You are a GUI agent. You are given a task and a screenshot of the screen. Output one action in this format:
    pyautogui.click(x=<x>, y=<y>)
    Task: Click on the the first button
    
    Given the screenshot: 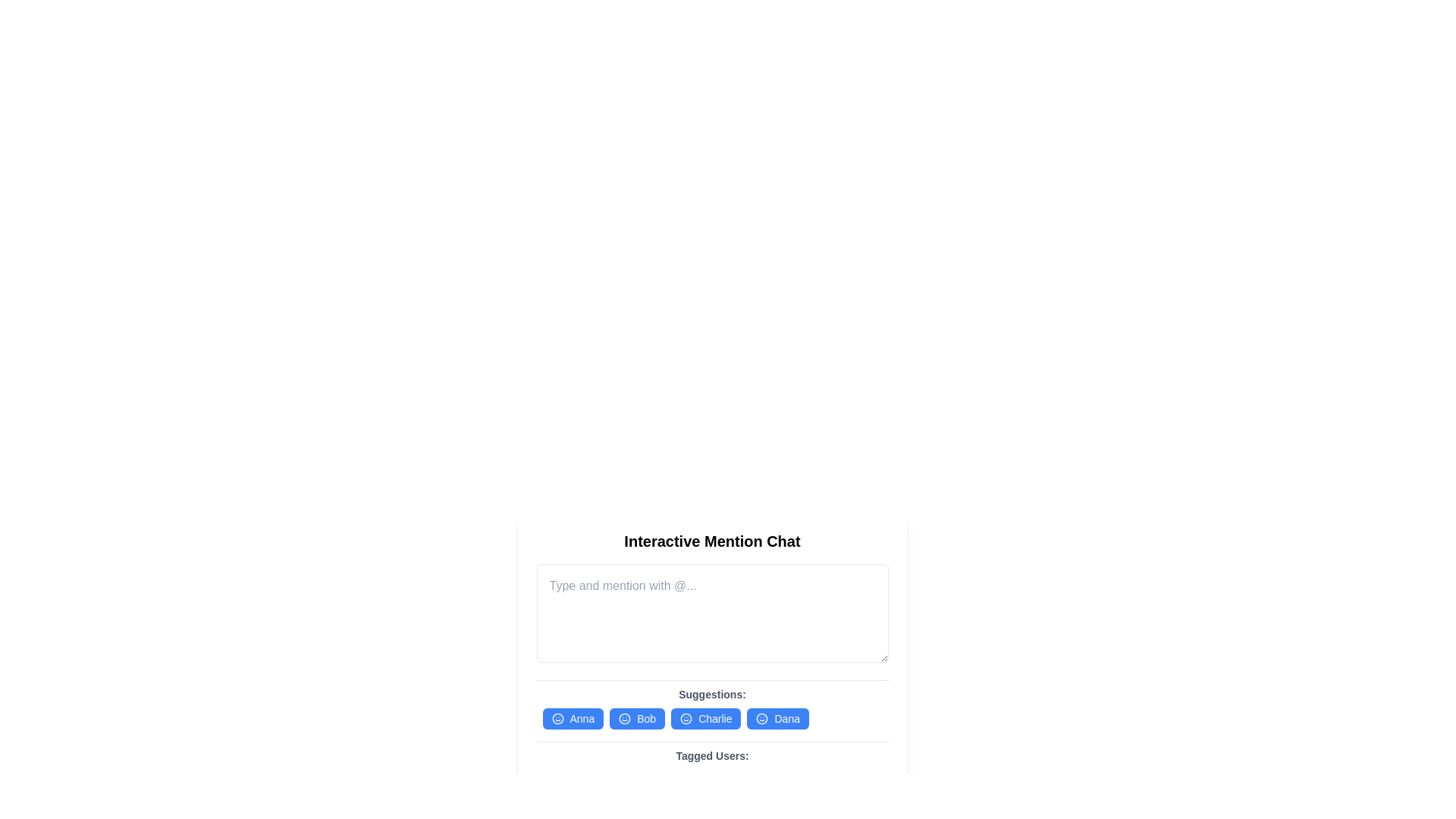 What is the action you would take?
    pyautogui.click(x=572, y=718)
    